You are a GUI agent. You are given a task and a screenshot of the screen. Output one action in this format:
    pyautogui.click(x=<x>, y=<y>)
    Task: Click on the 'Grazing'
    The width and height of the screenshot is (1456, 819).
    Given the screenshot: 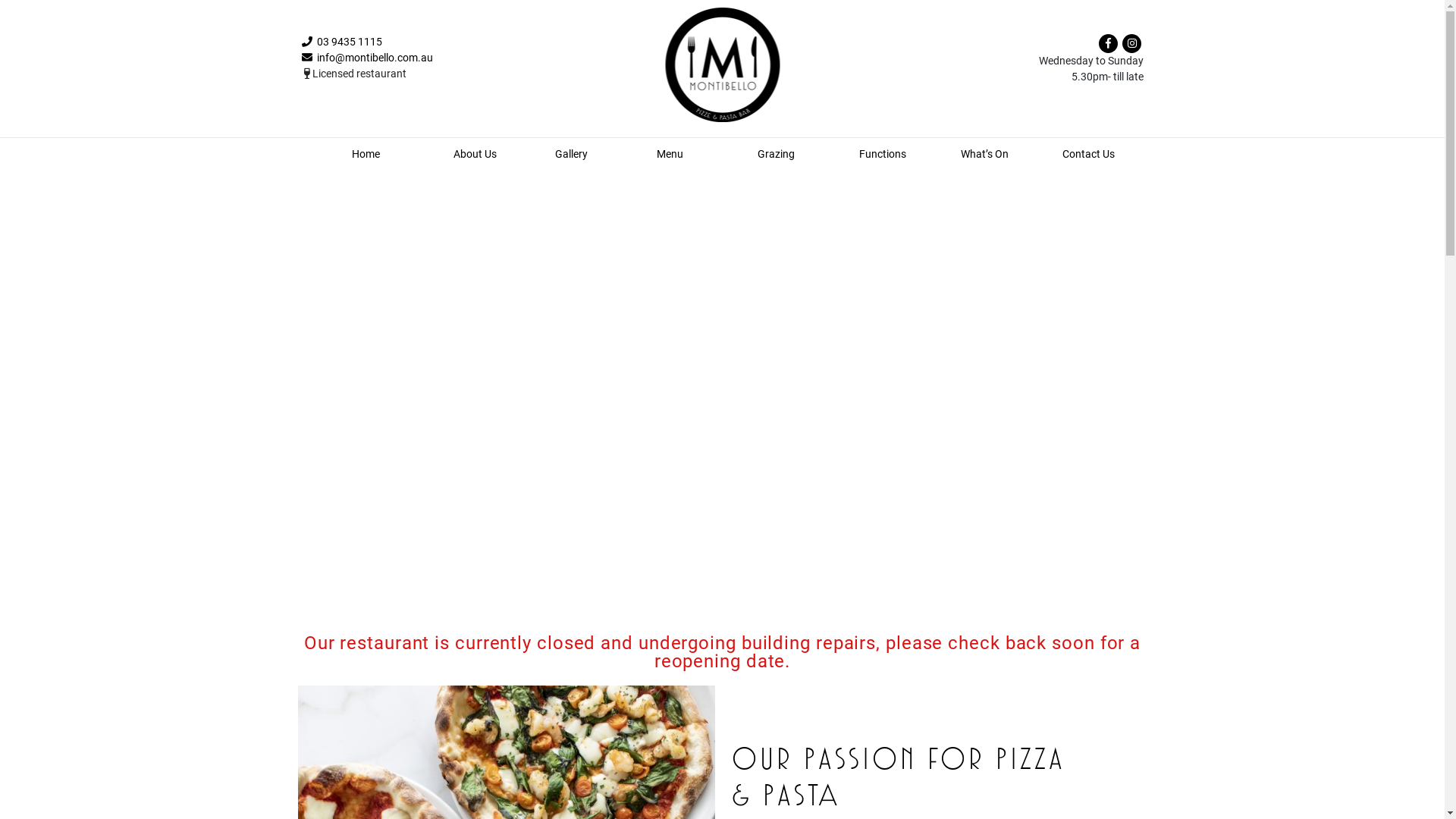 What is the action you would take?
    pyautogui.click(x=776, y=154)
    